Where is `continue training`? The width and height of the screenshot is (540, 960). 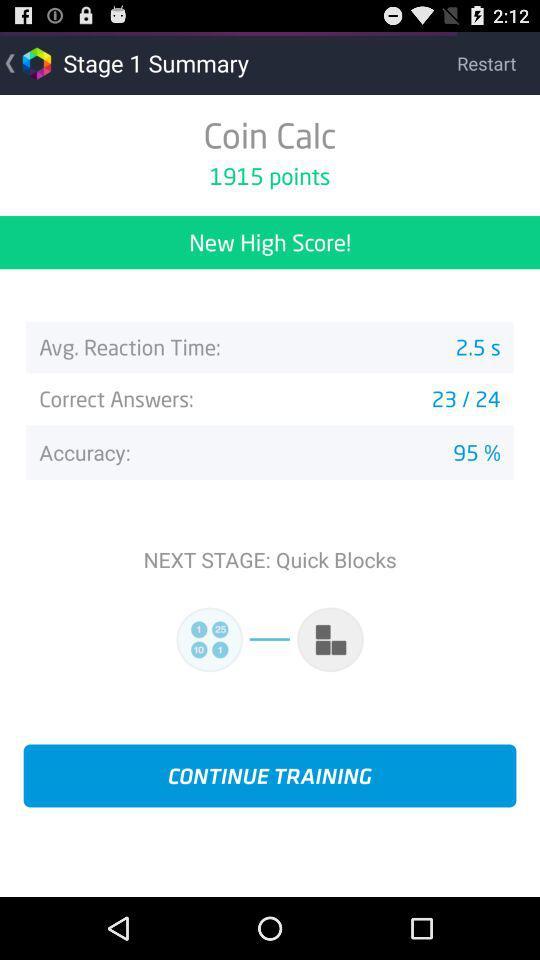
continue training is located at coordinates (270, 774).